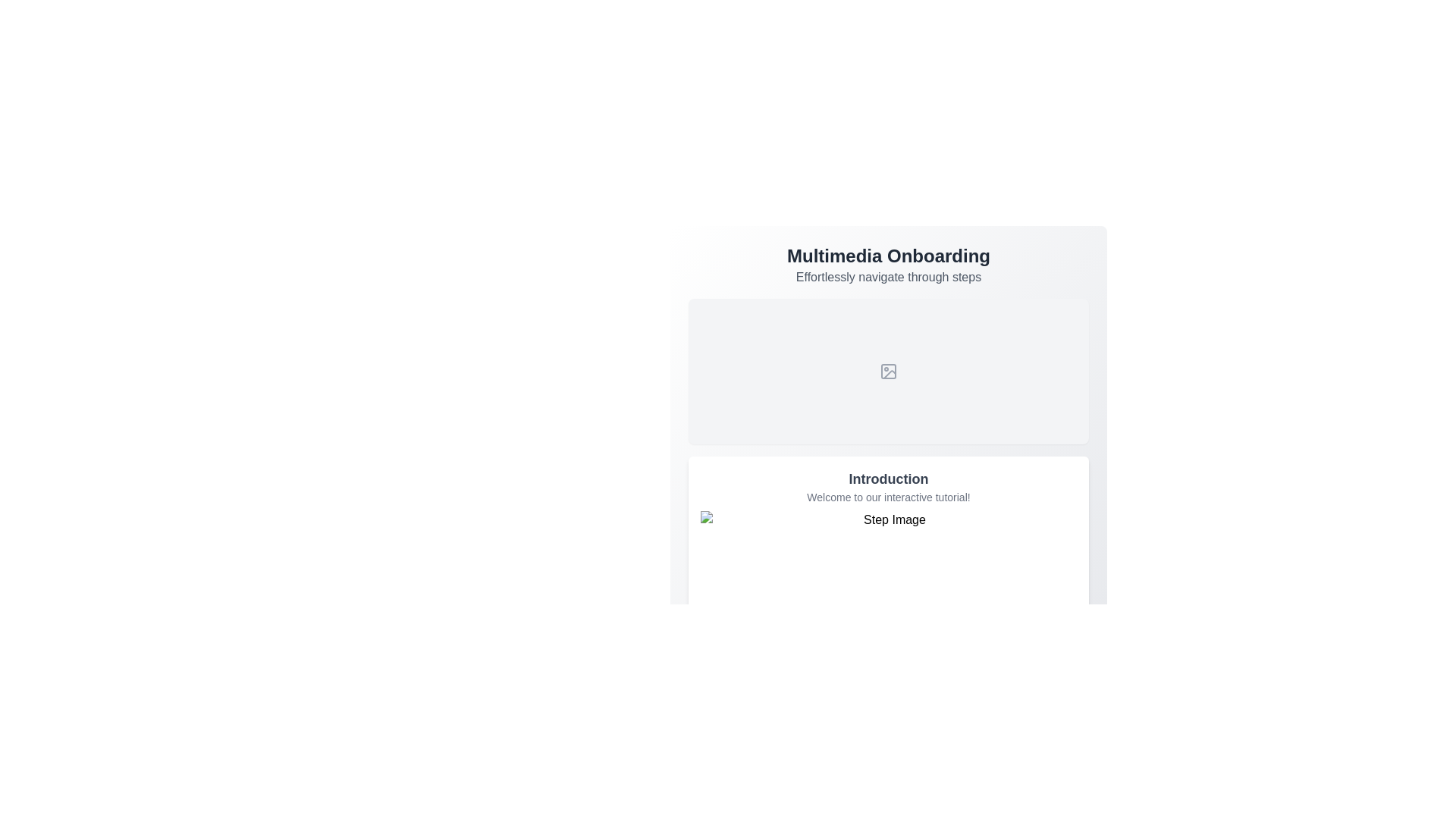 This screenshot has height=819, width=1456. Describe the element at coordinates (888, 371) in the screenshot. I see `the centrally positioned image placeholder located below the 'Multimedia Onboarding' heading, which serves as a visual representation for image content` at that location.